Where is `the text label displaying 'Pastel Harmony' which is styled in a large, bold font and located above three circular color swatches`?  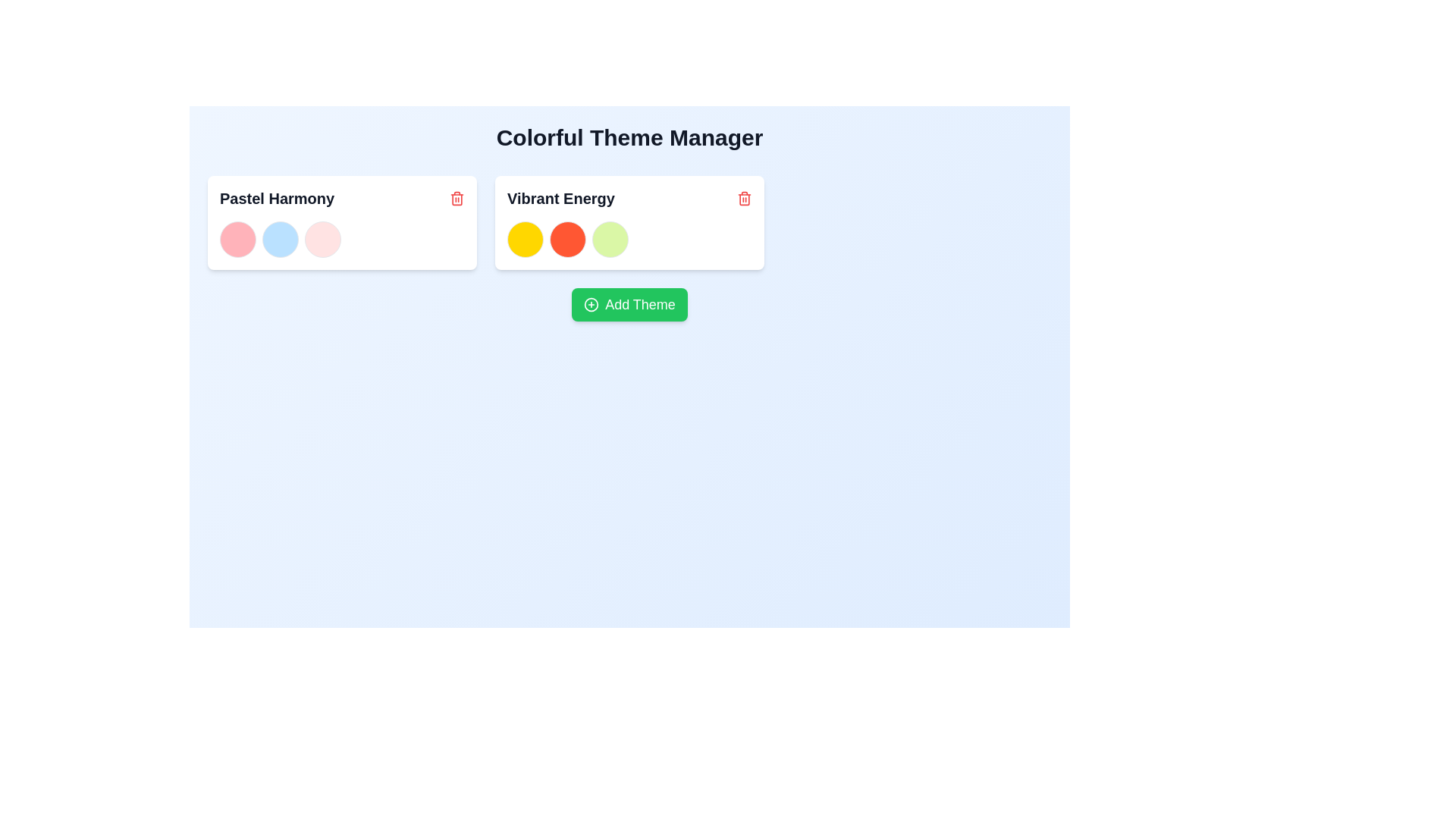 the text label displaying 'Pastel Harmony' which is styled in a large, bold font and located above three circular color swatches is located at coordinates (277, 198).